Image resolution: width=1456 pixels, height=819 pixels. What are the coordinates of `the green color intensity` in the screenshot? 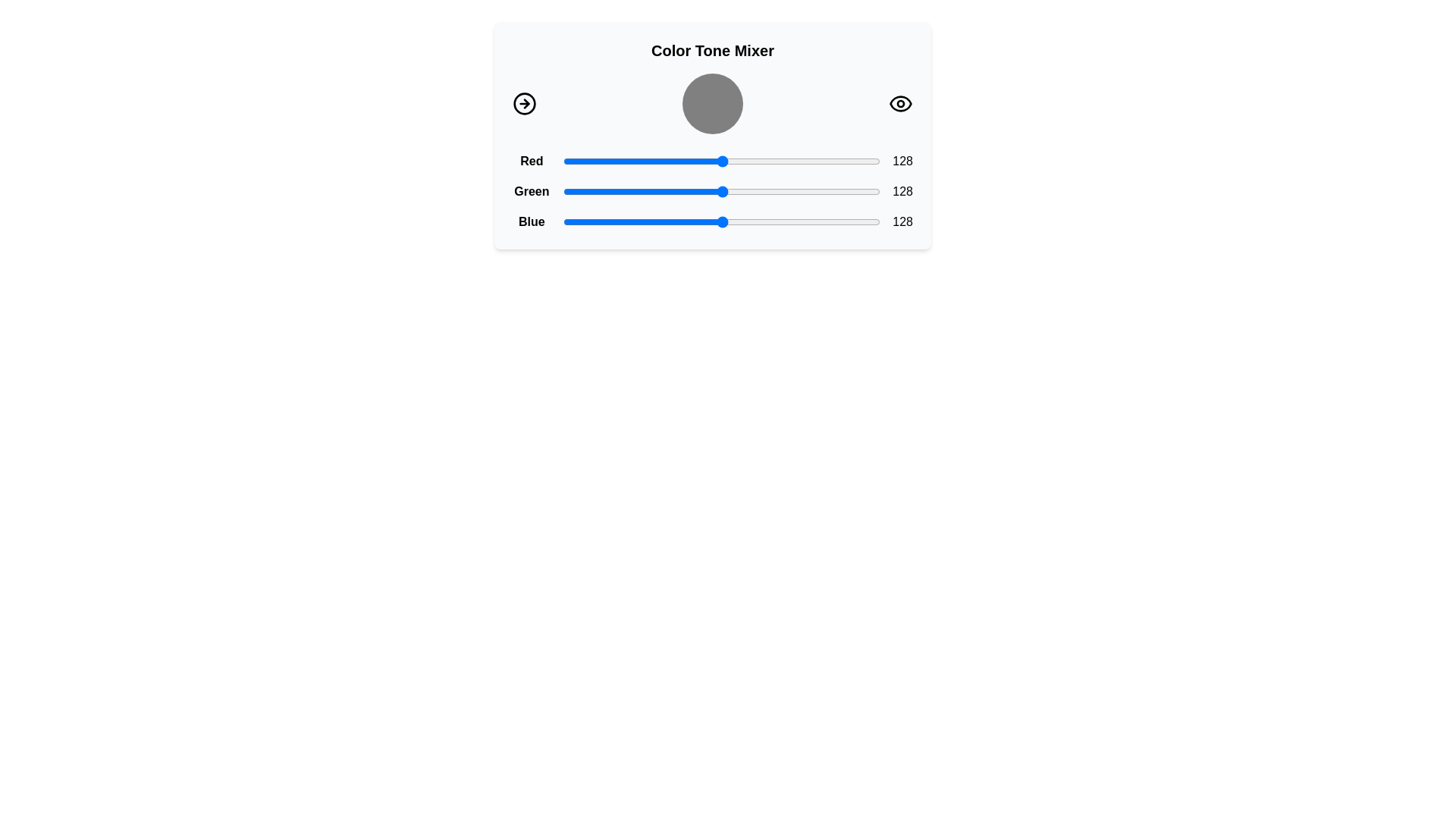 It's located at (648, 191).